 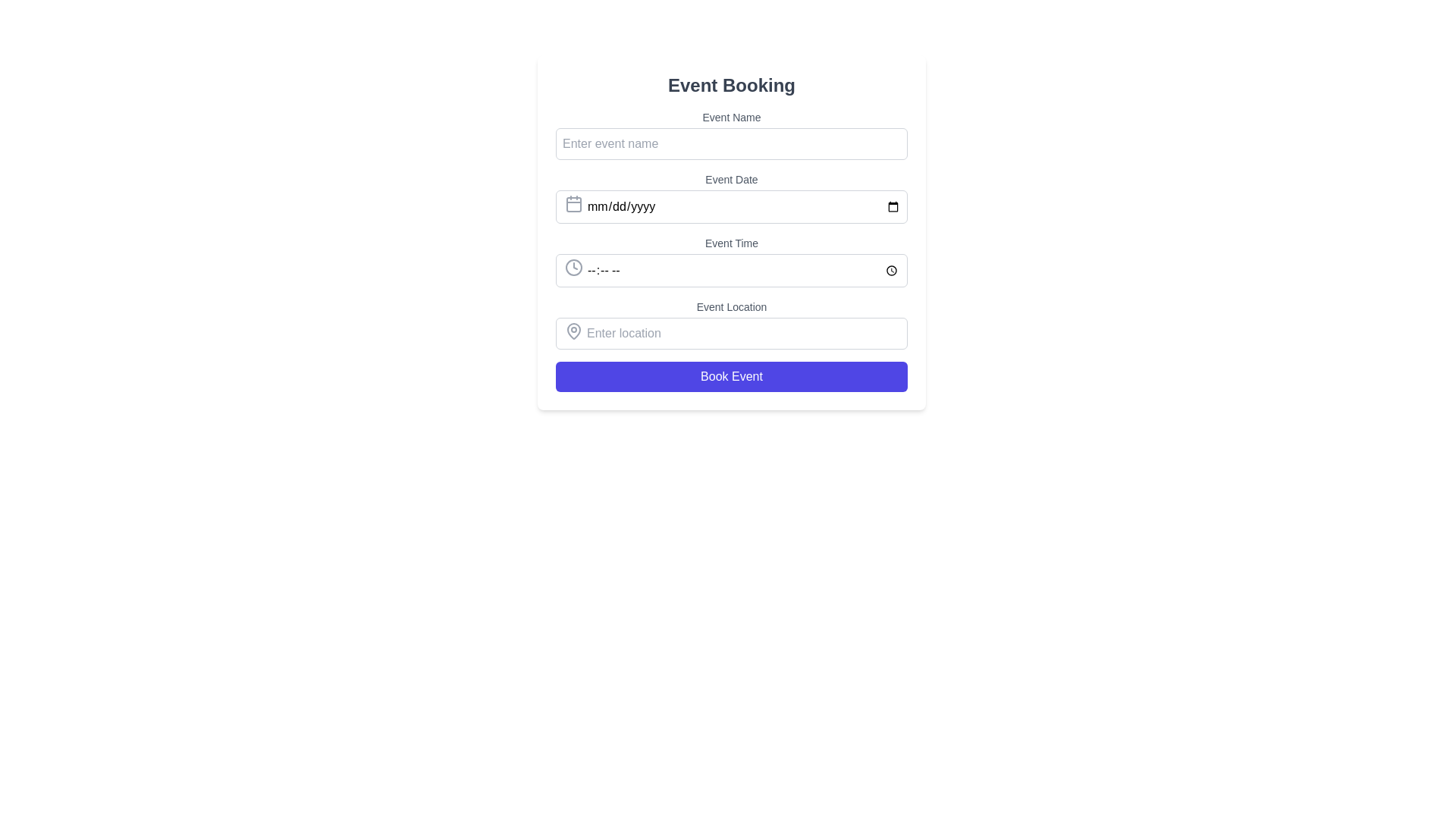 I want to click on the clock icon, which is a minimalistic gray circular icon with clock hands, located to the left of the 'Event Time' input field in the 'Event Booking' form, so click(x=573, y=267).